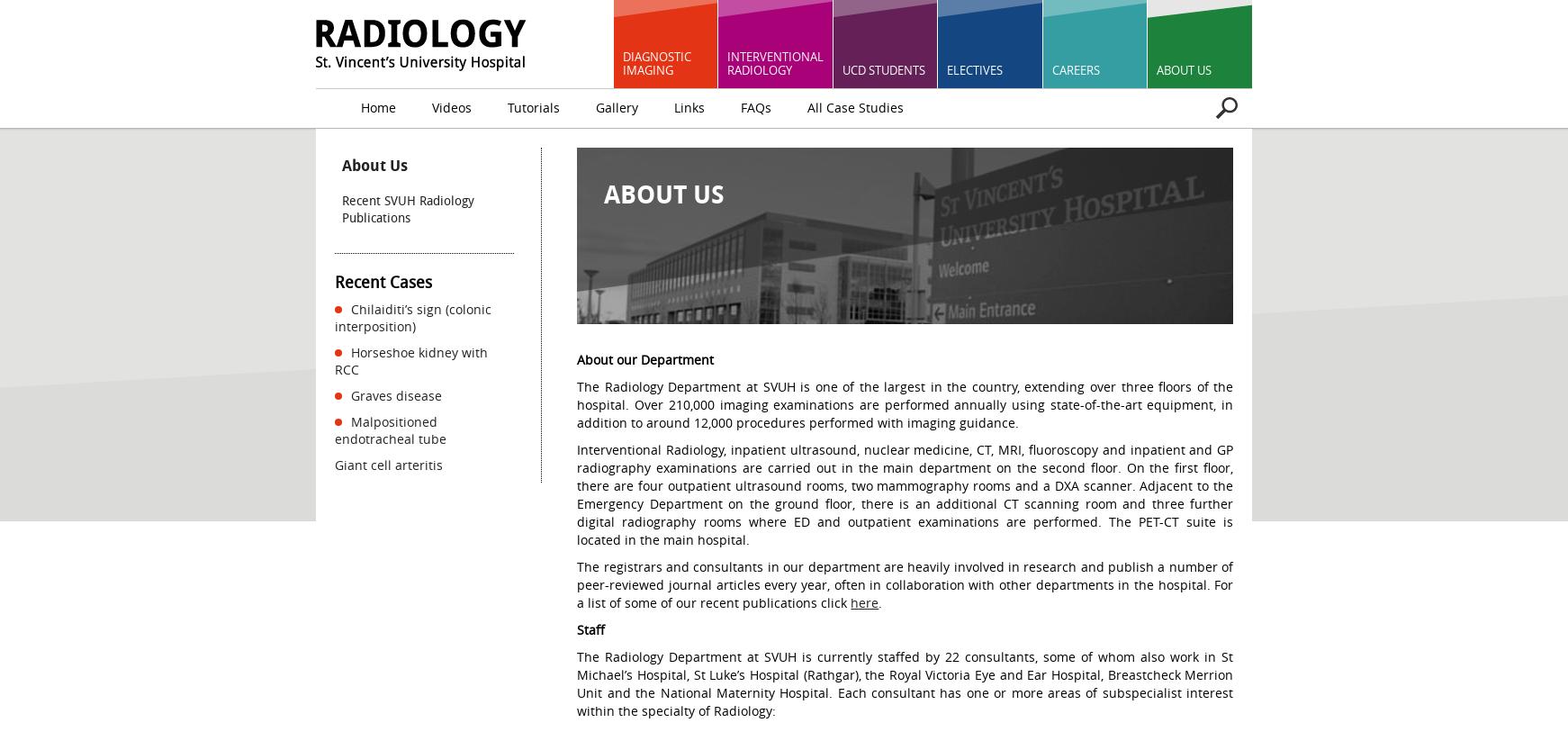 The image size is (1568, 741). I want to click on 'About our Department', so click(644, 358).